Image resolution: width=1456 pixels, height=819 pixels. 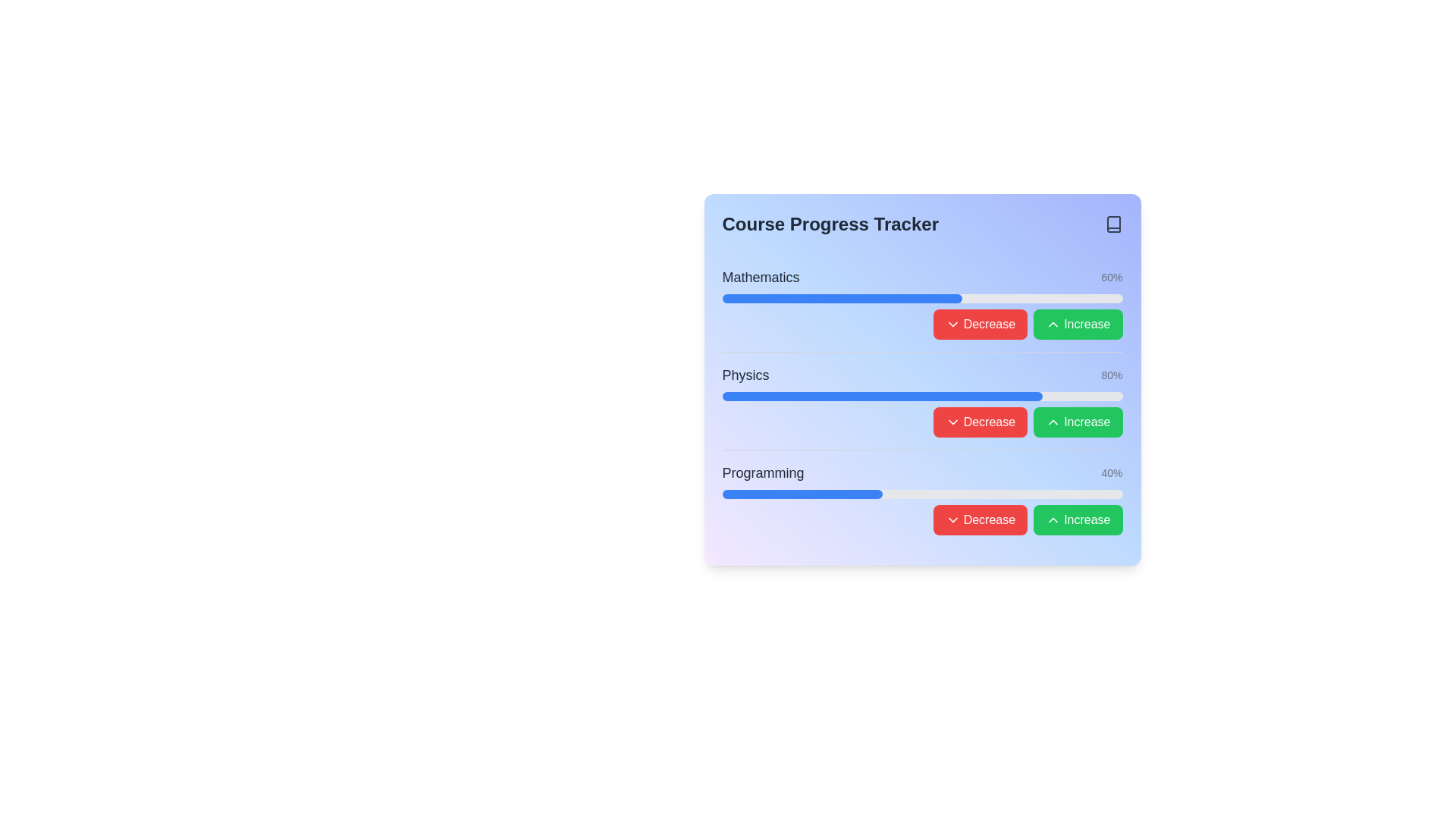 What do you see at coordinates (1076, 422) in the screenshot?
I see `the green 'Increase' button with white text and an upward-pointing chevron icon` at bounding box center [1076, 422].